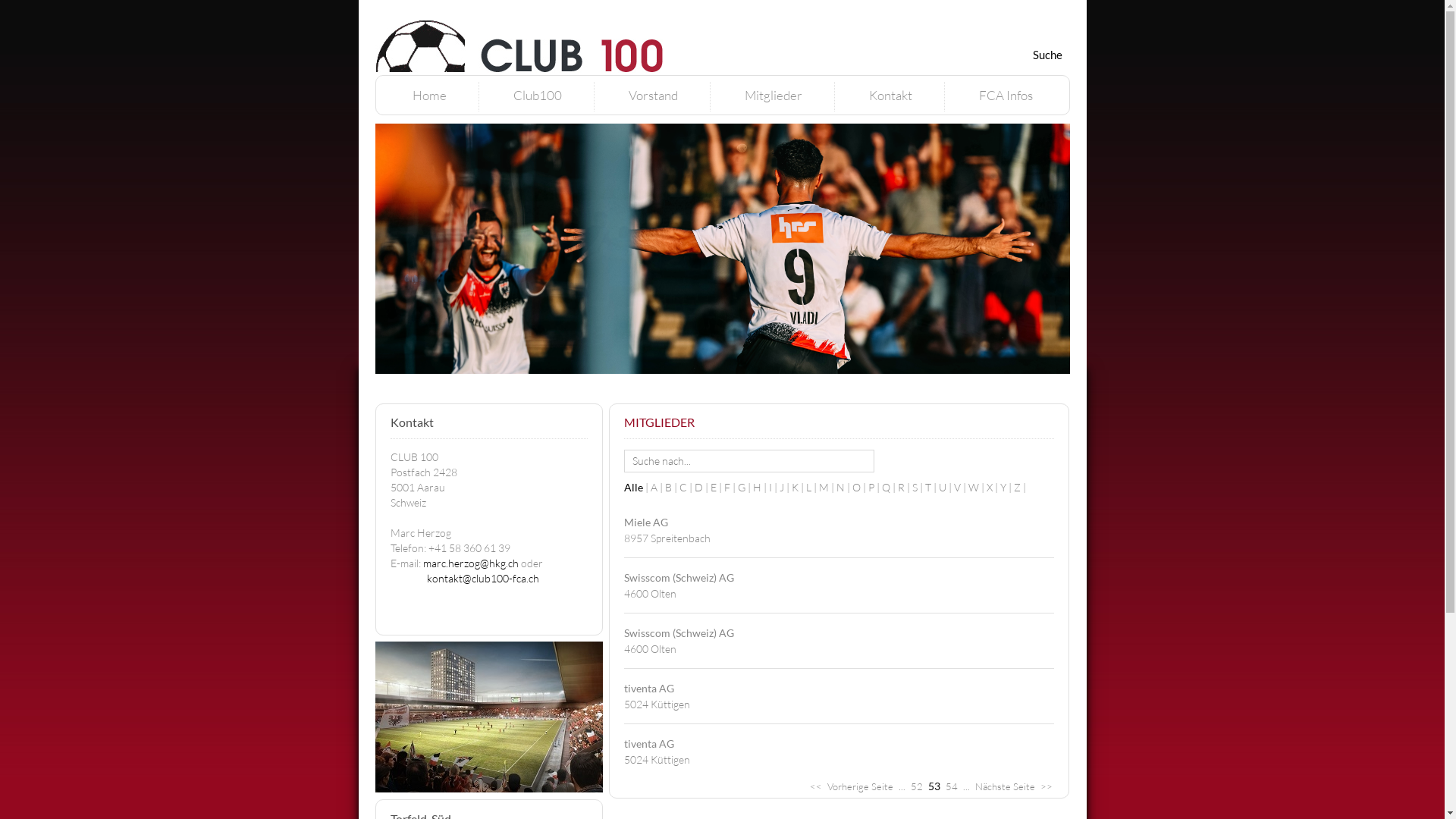 The image size is (1456, 819). I want to click on 'kontakt@club100-fca.ch', so click(482, 578).